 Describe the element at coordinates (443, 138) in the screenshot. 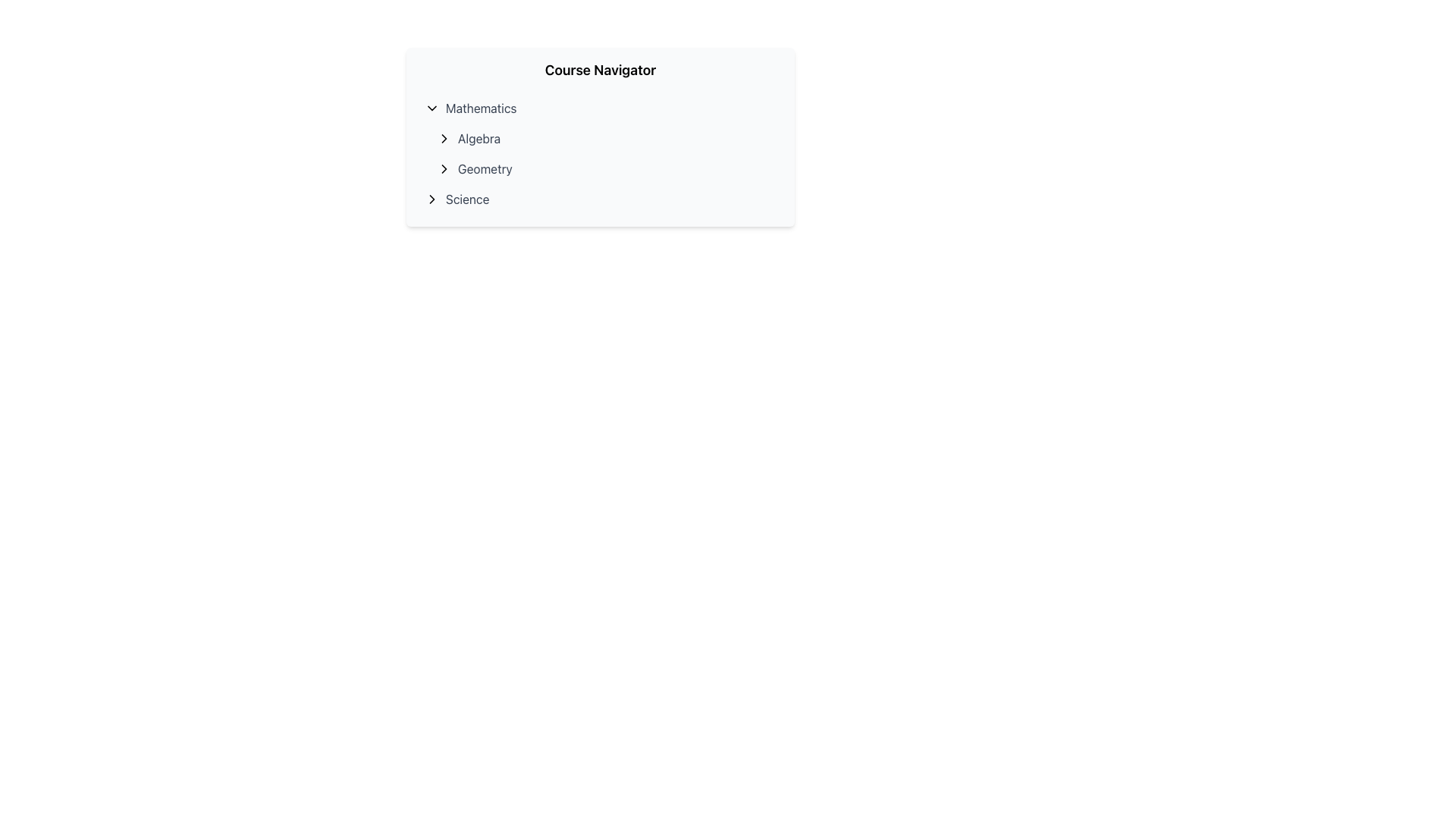

I see `the chevron arrow icon located to the immediate left of the 'Algebra' text in the Course Navigator` at that location.